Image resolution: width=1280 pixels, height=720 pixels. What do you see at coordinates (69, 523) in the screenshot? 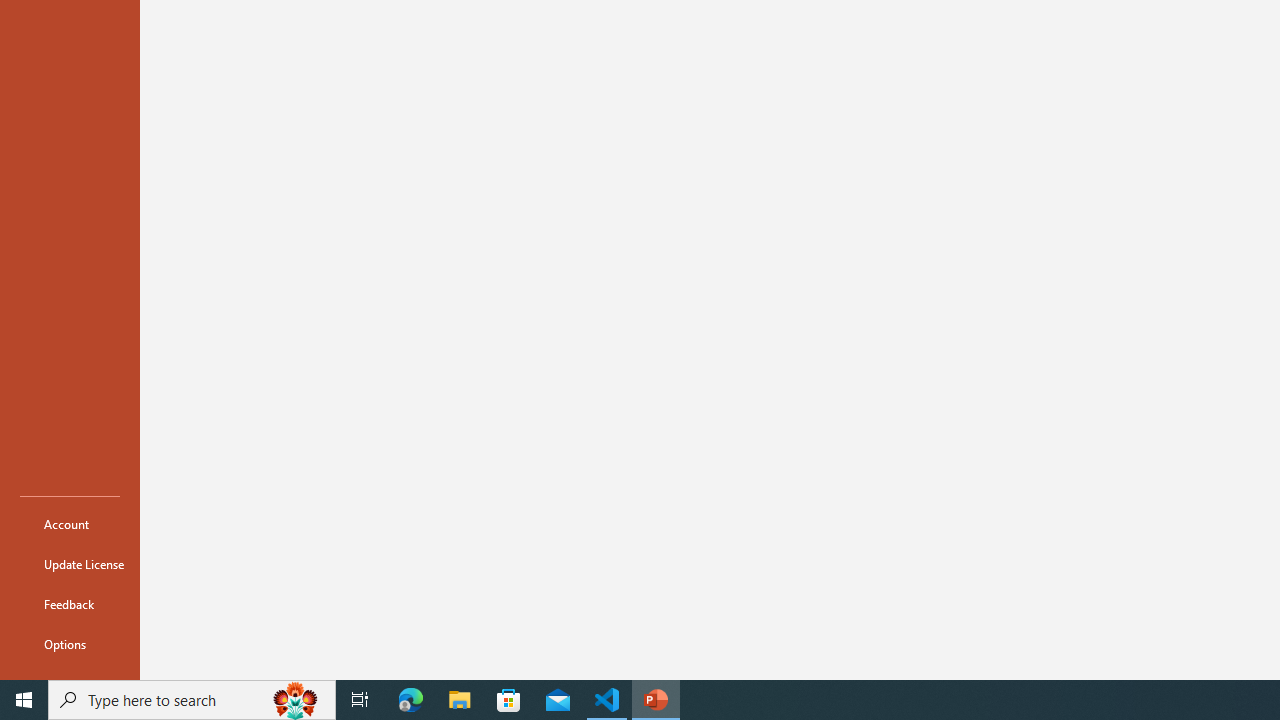
I see `'Account'` at bounding box center [69, 523].